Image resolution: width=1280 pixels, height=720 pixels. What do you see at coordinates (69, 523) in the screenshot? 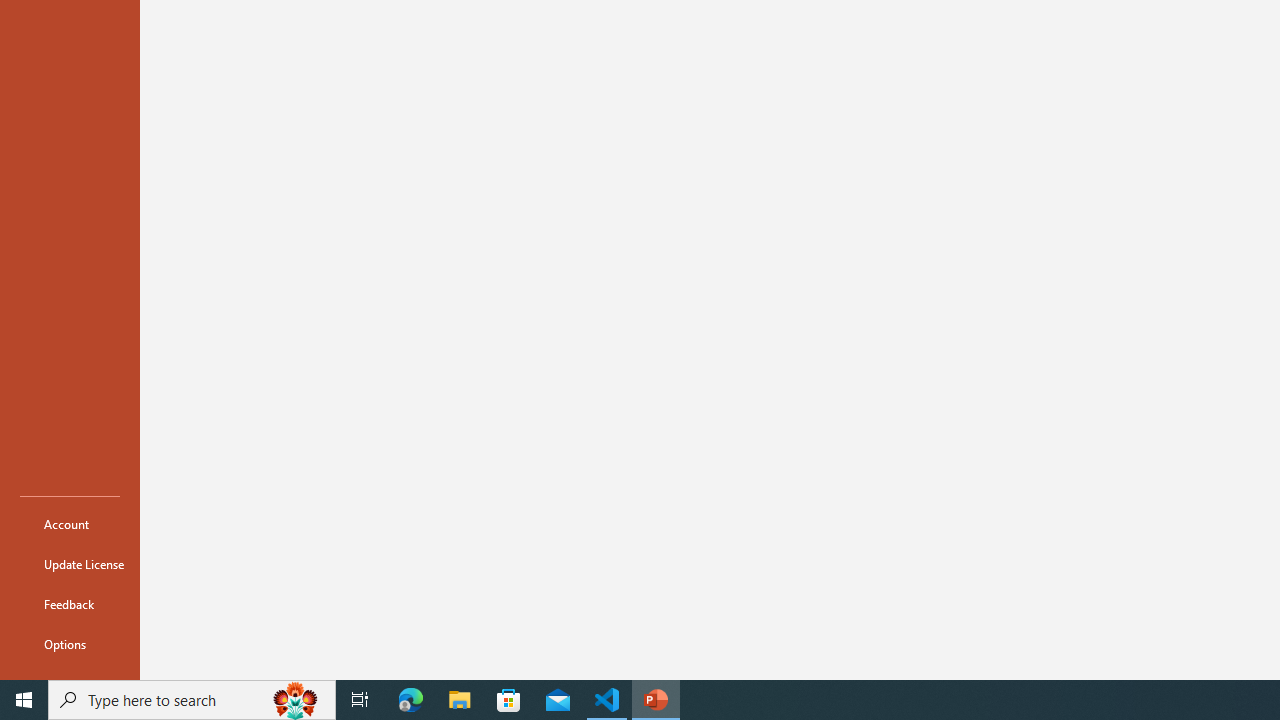
I see `'Account'` at bounding box center [69, 523].